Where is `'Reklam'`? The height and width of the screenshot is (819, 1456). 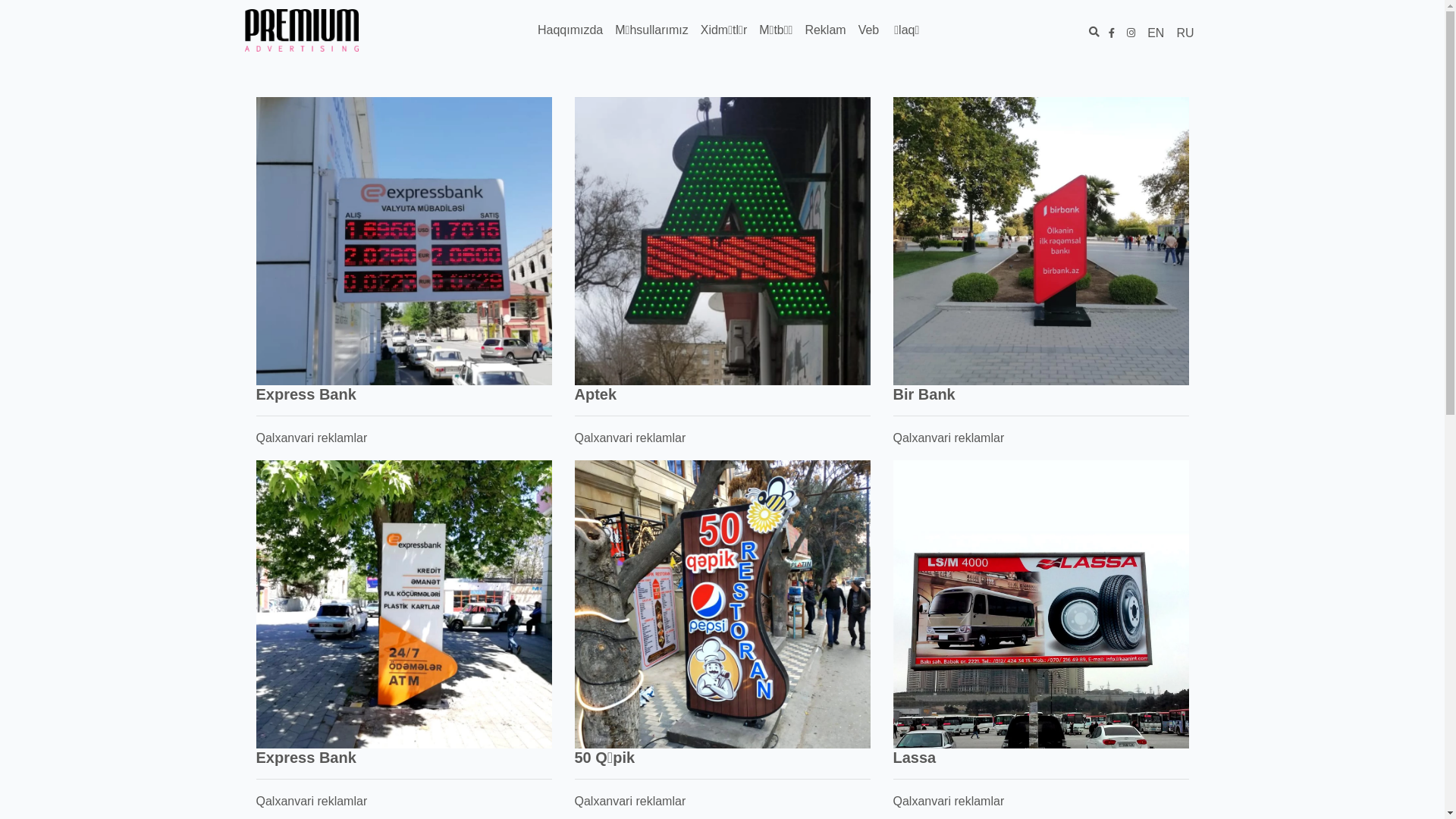
'Reklam' is located at coordinates (824, 30).